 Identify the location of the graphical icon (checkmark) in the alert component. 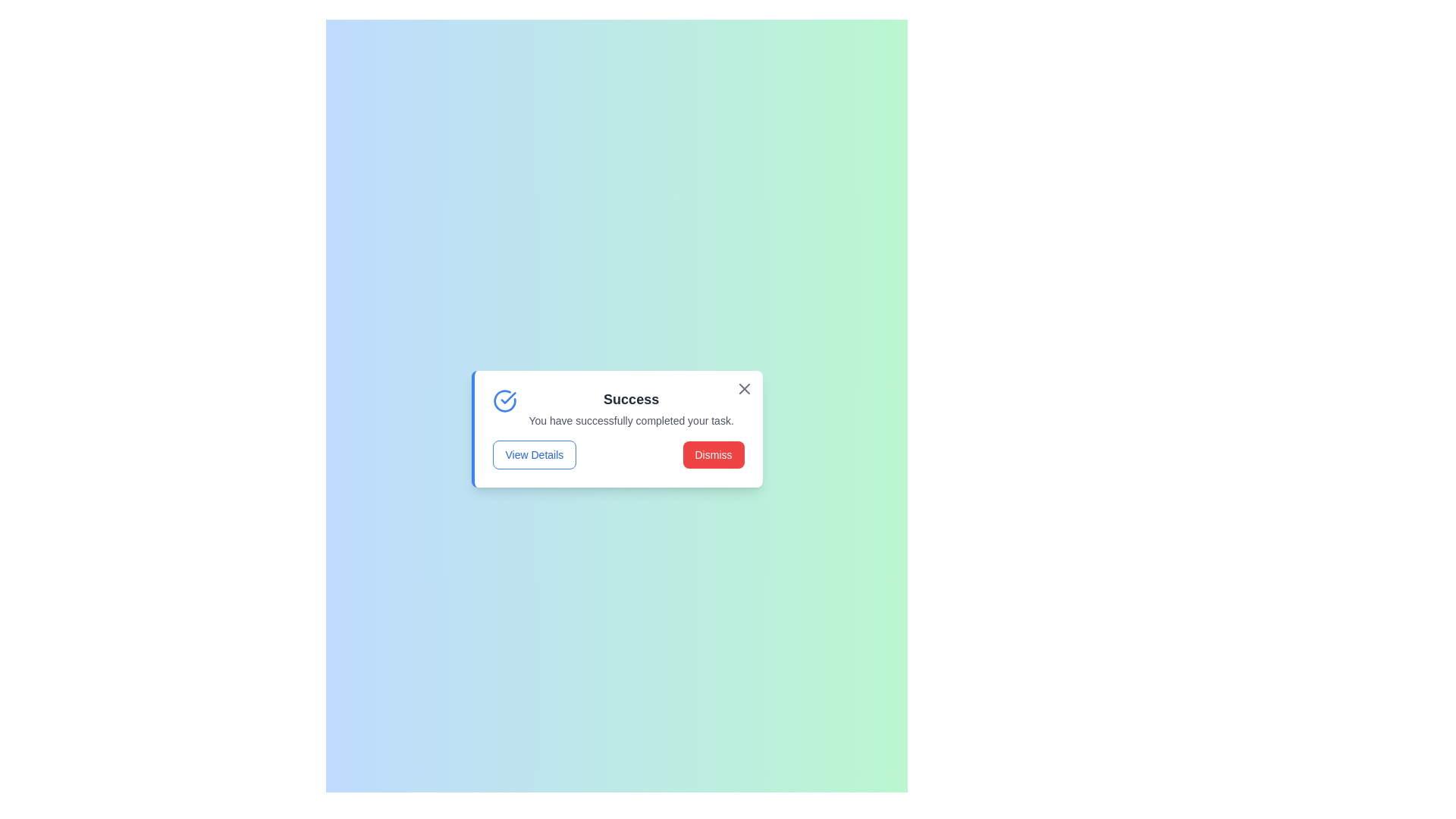
(504, 400).